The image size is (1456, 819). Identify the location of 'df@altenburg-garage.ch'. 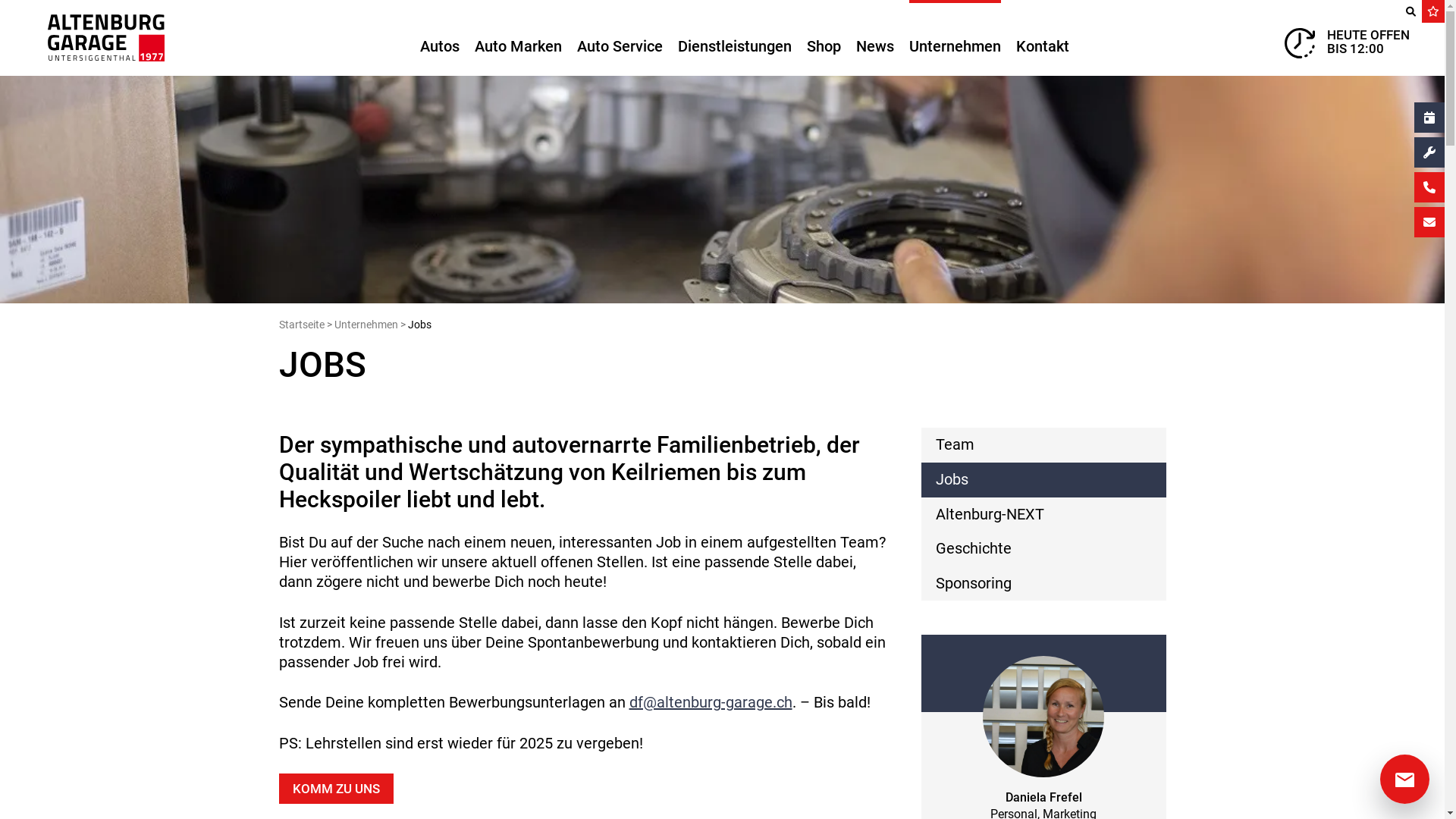
(710, 701).